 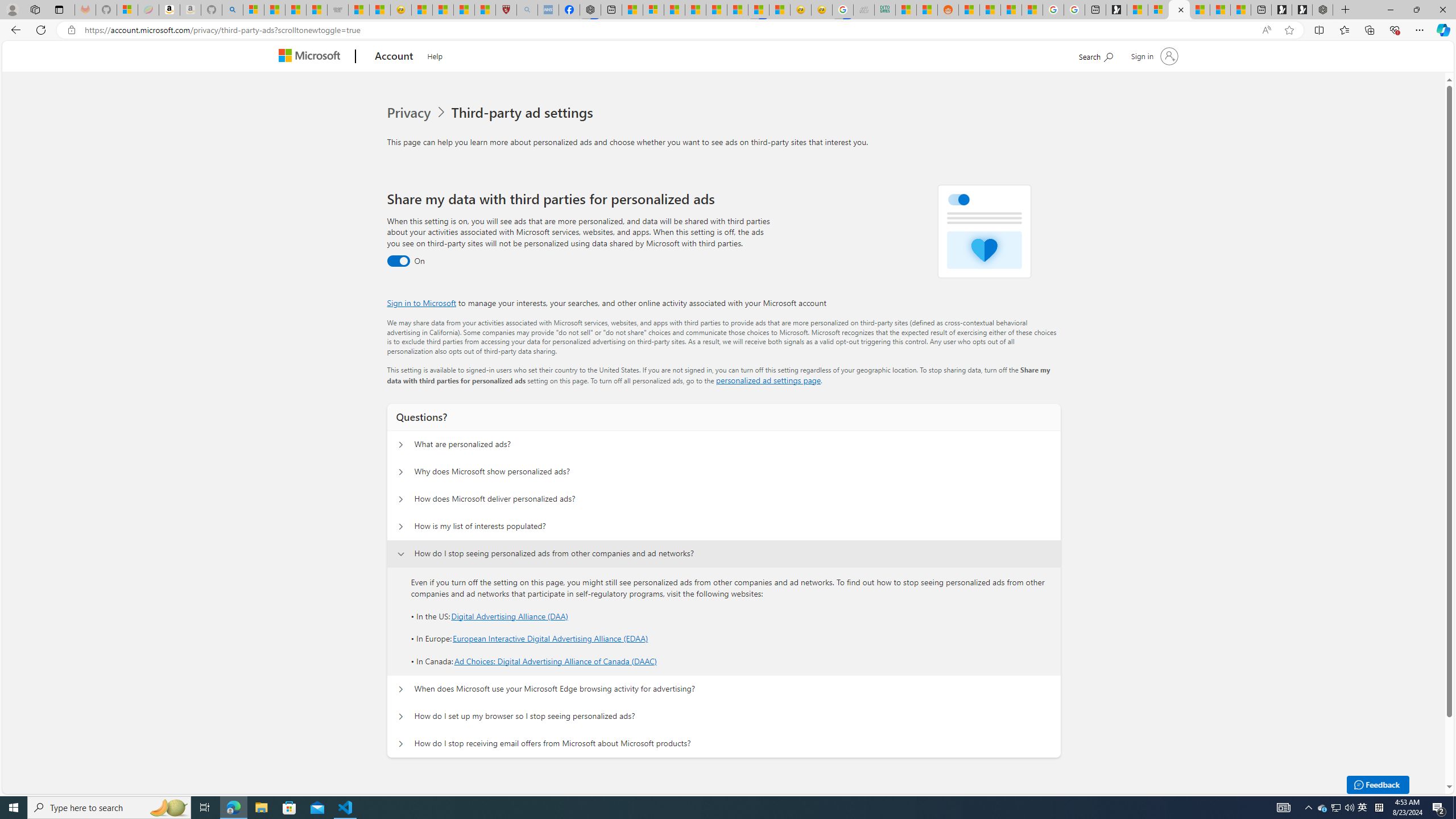 What do you see at coordinates (337, 9) in the screenshot?
I see `'Combat Siege'` at bounding box center [337, 9].